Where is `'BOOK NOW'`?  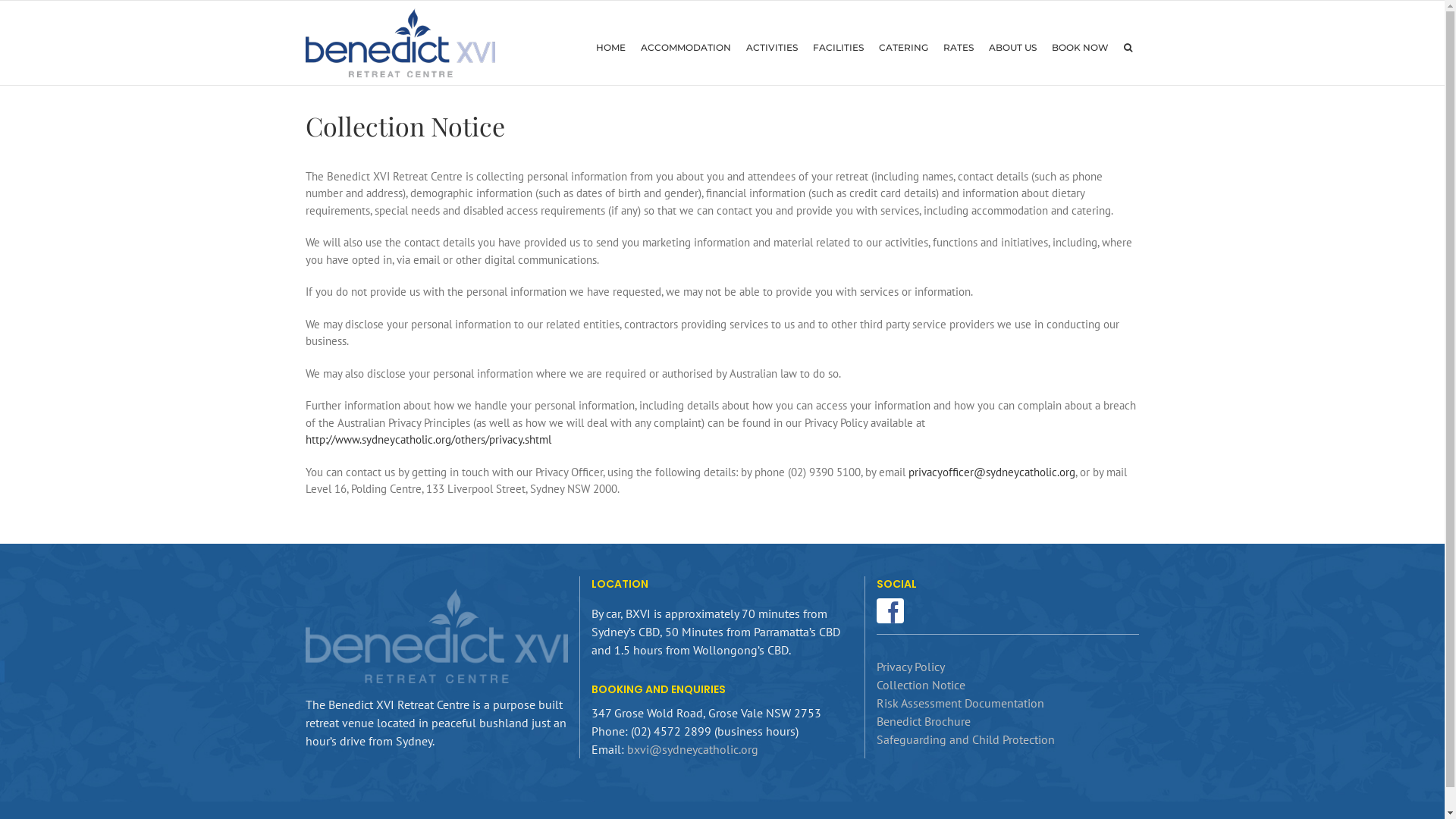 'BOOK NOW' is located at coordinates (1043, 46).